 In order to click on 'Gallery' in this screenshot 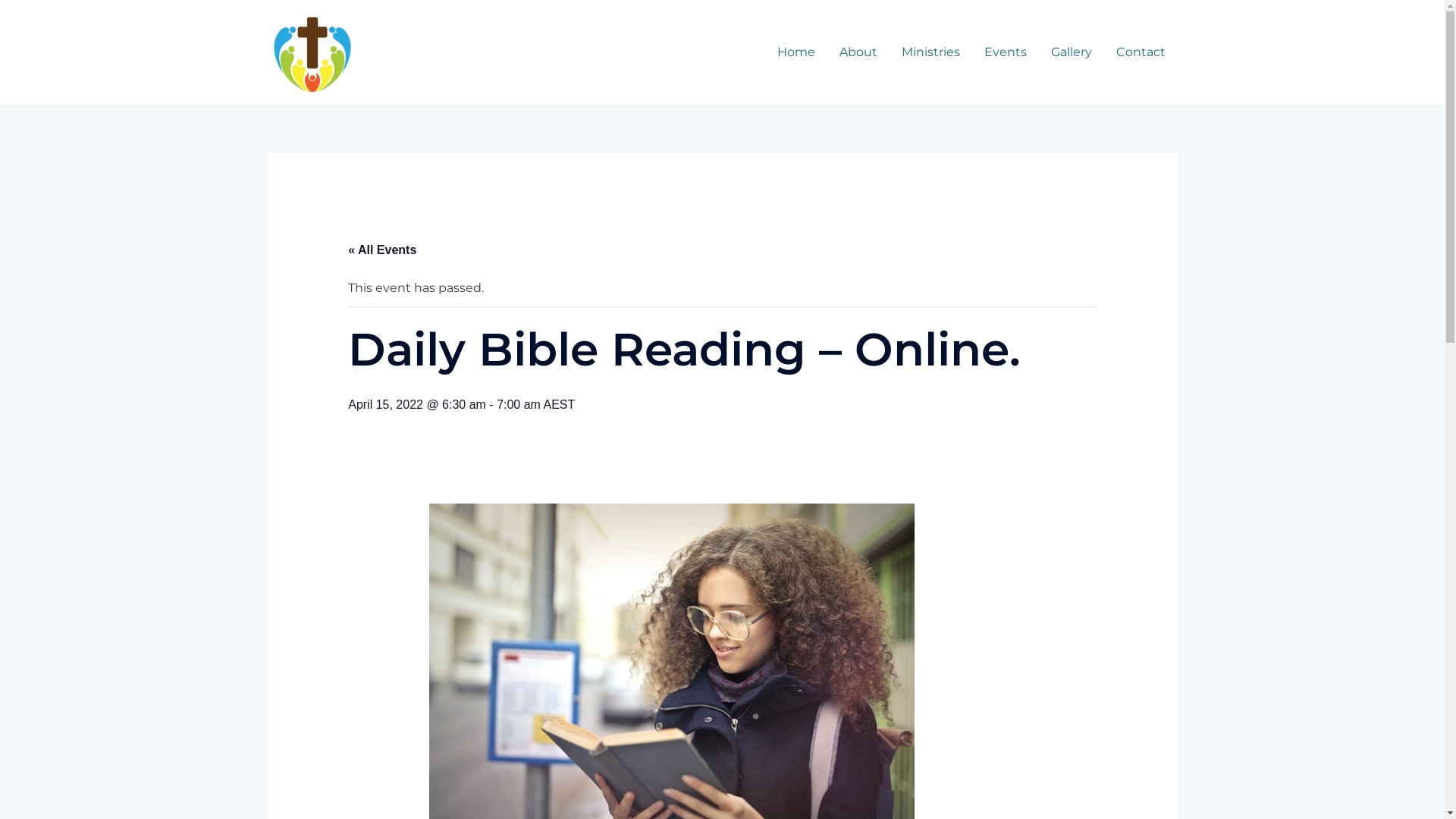, I will do `click(1070, 52)`.